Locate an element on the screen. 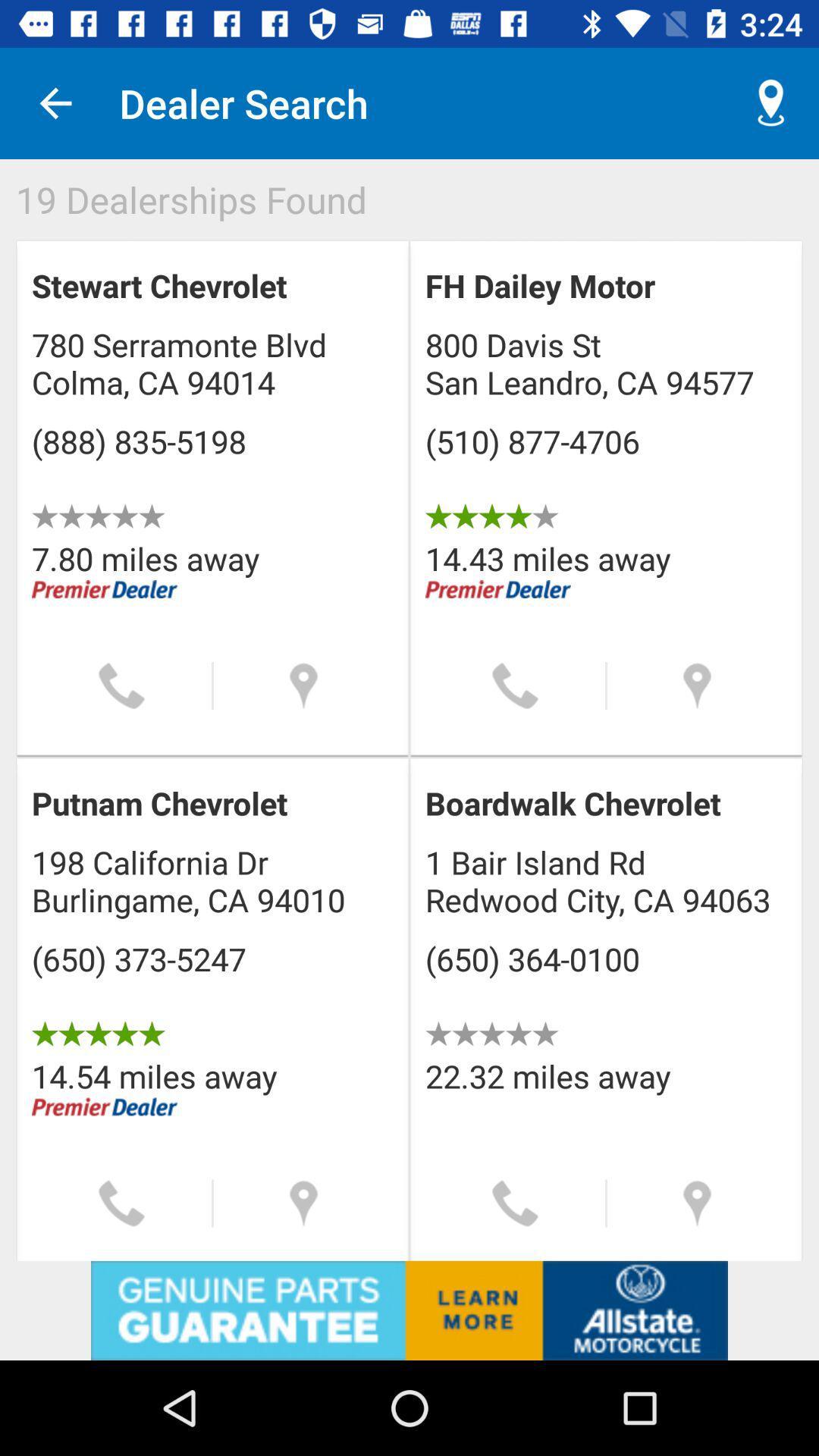  show the location on a map is located at coordinates (697, 1203).